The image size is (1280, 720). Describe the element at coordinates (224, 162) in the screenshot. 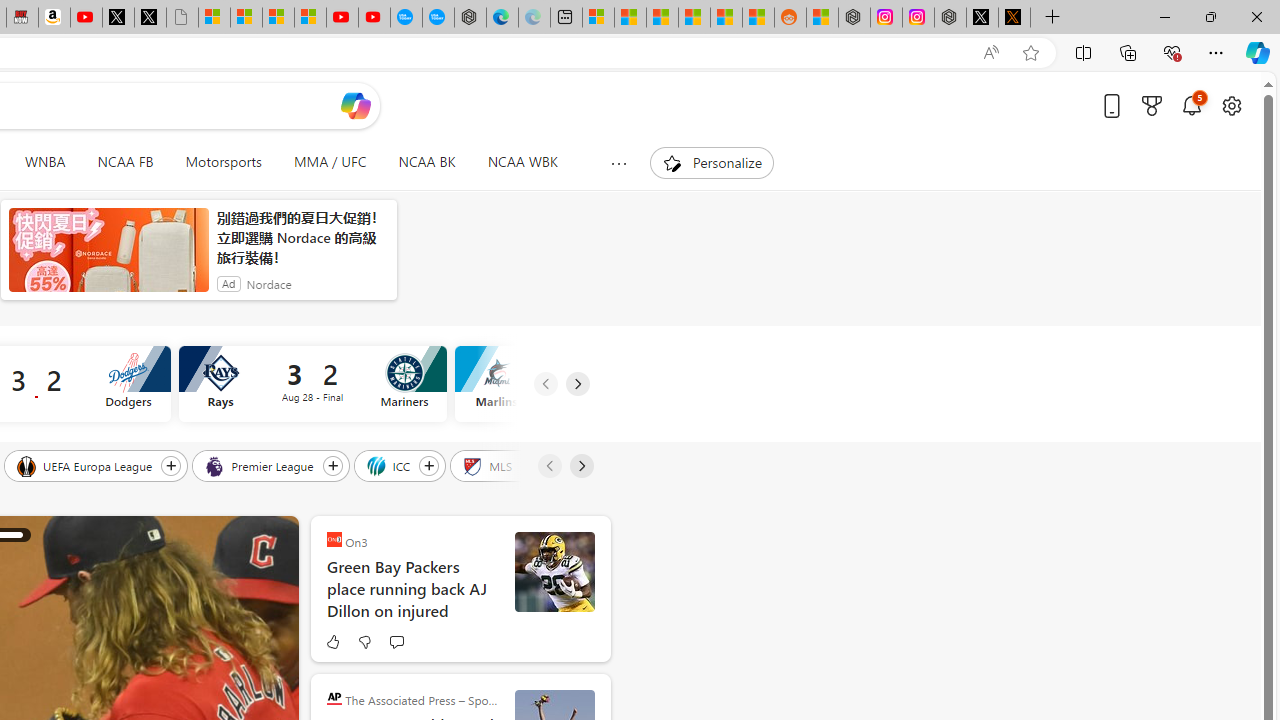

I see `'Motorsports'` at that location.